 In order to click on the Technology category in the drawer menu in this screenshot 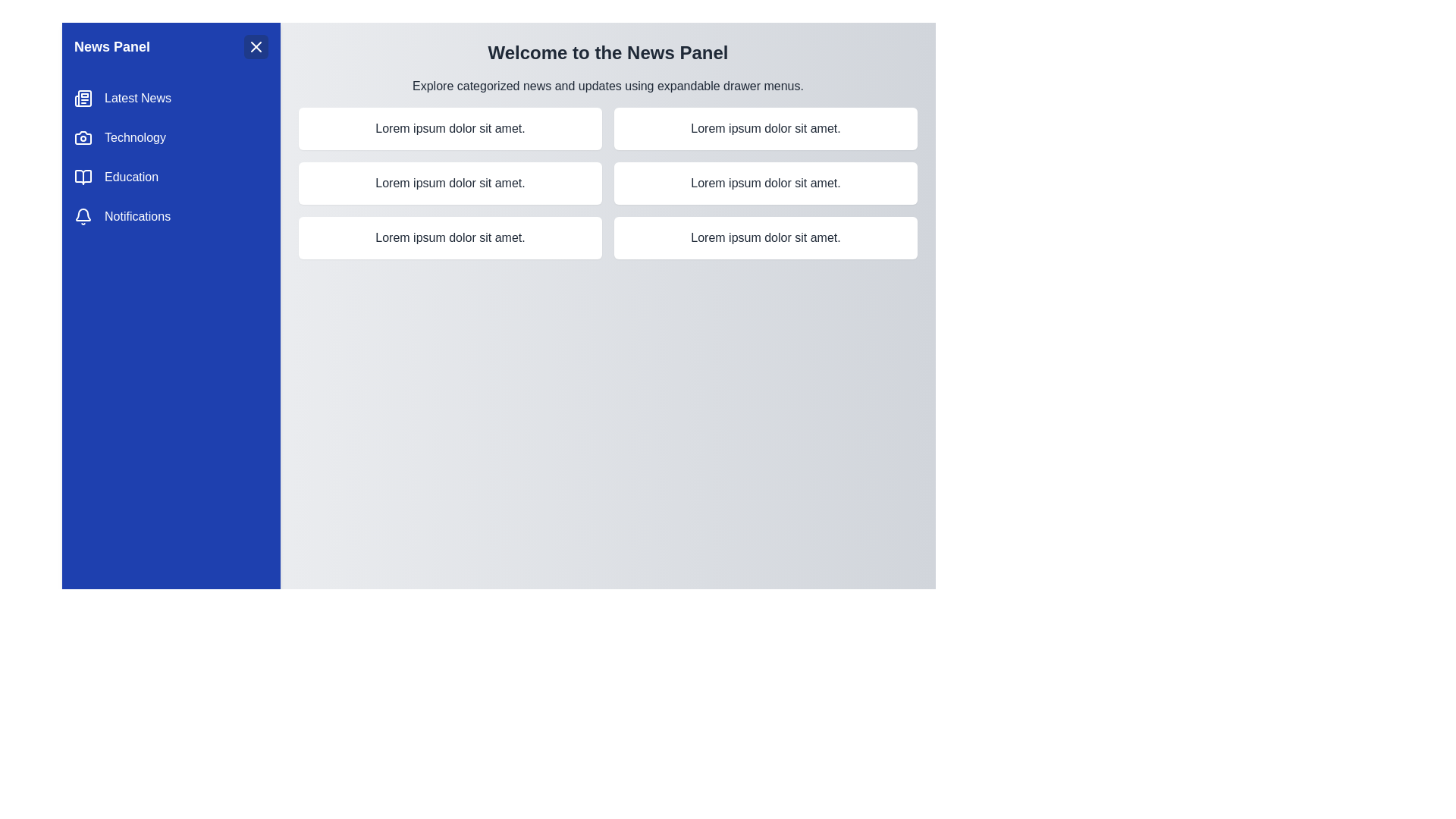, I will do `click(171, 137)`.